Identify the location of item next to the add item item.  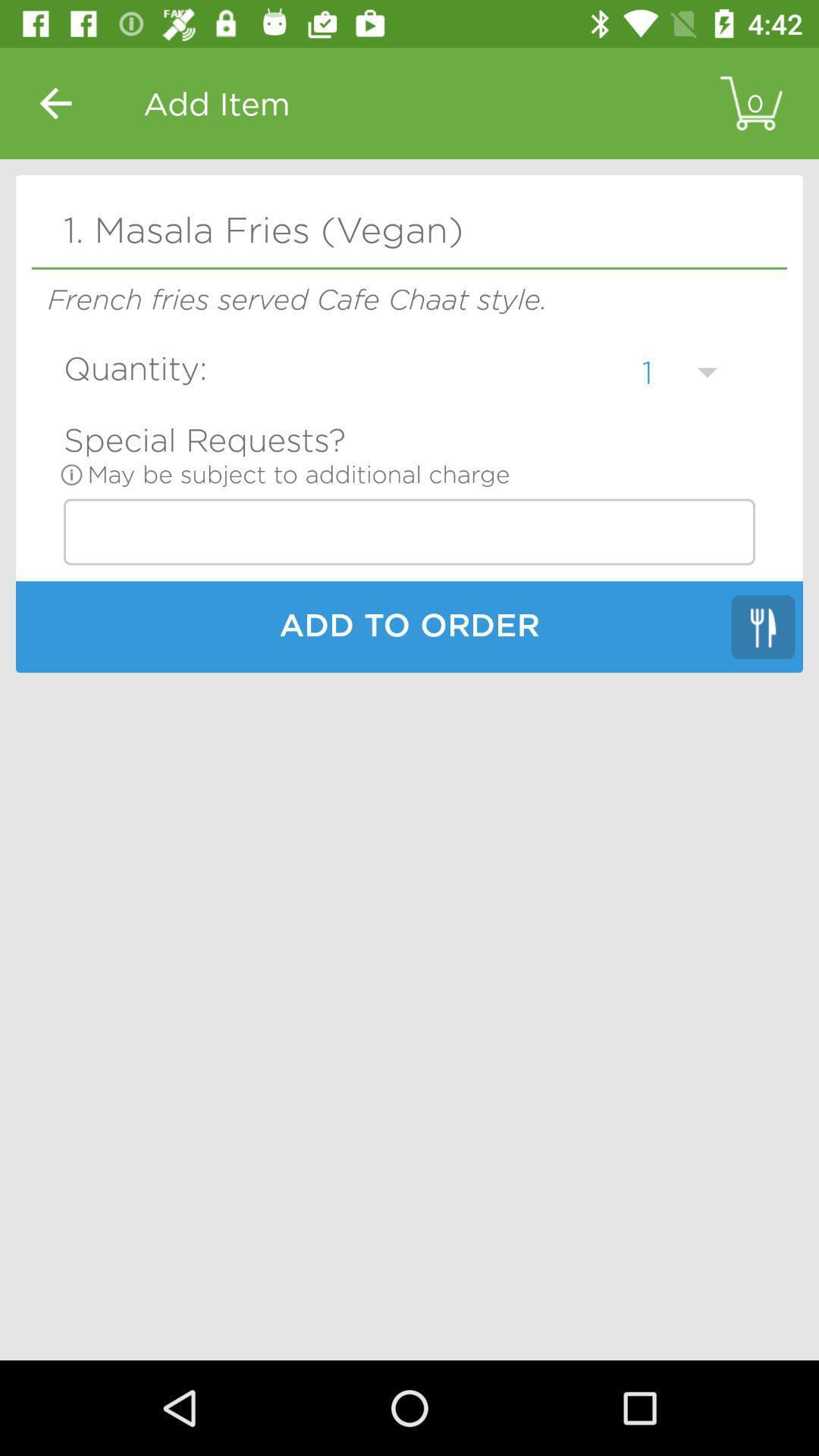
(55, 102).